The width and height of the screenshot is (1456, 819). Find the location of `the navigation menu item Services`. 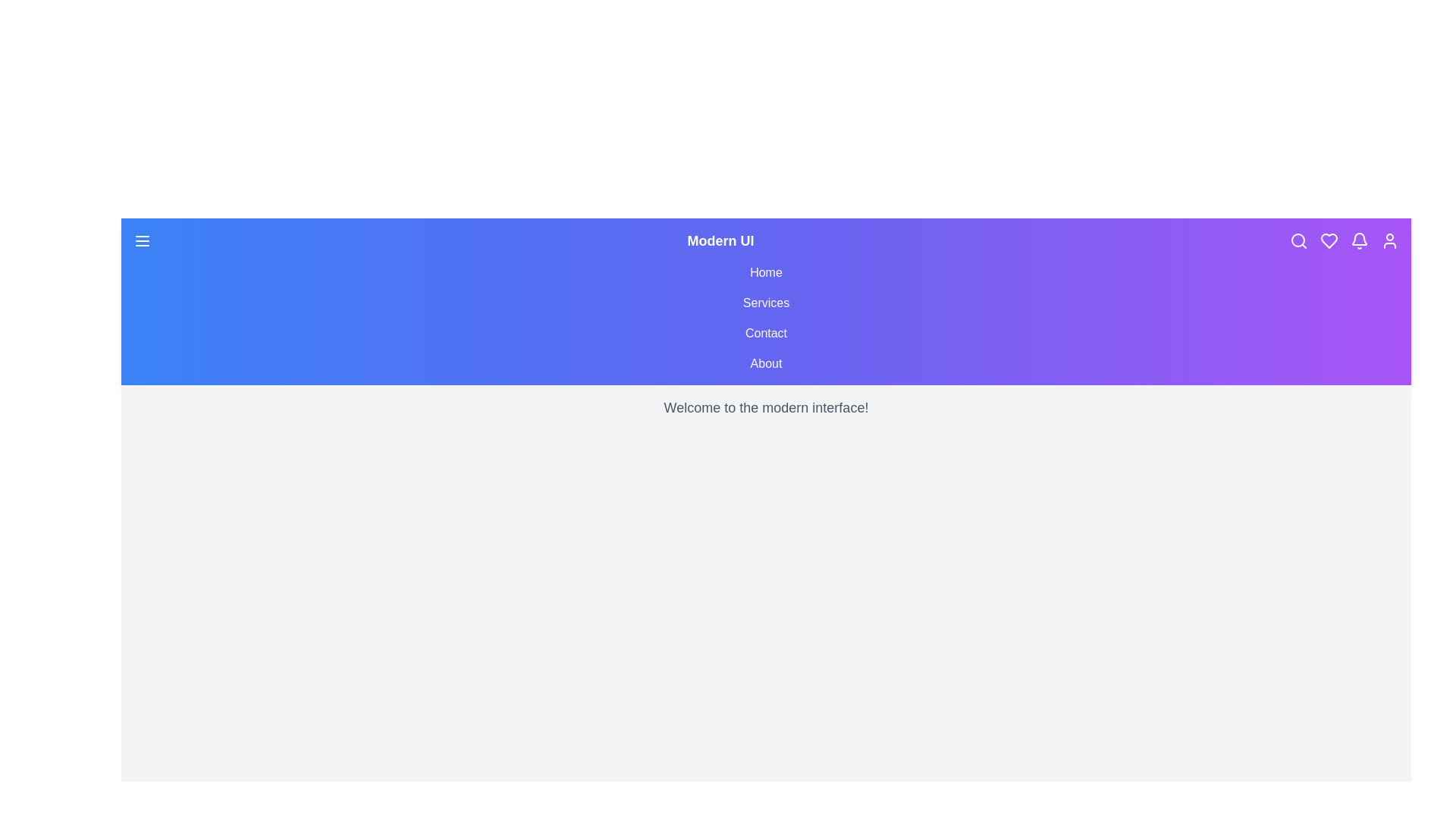

the navigation menu item Services is located at coordinates (766, 303).